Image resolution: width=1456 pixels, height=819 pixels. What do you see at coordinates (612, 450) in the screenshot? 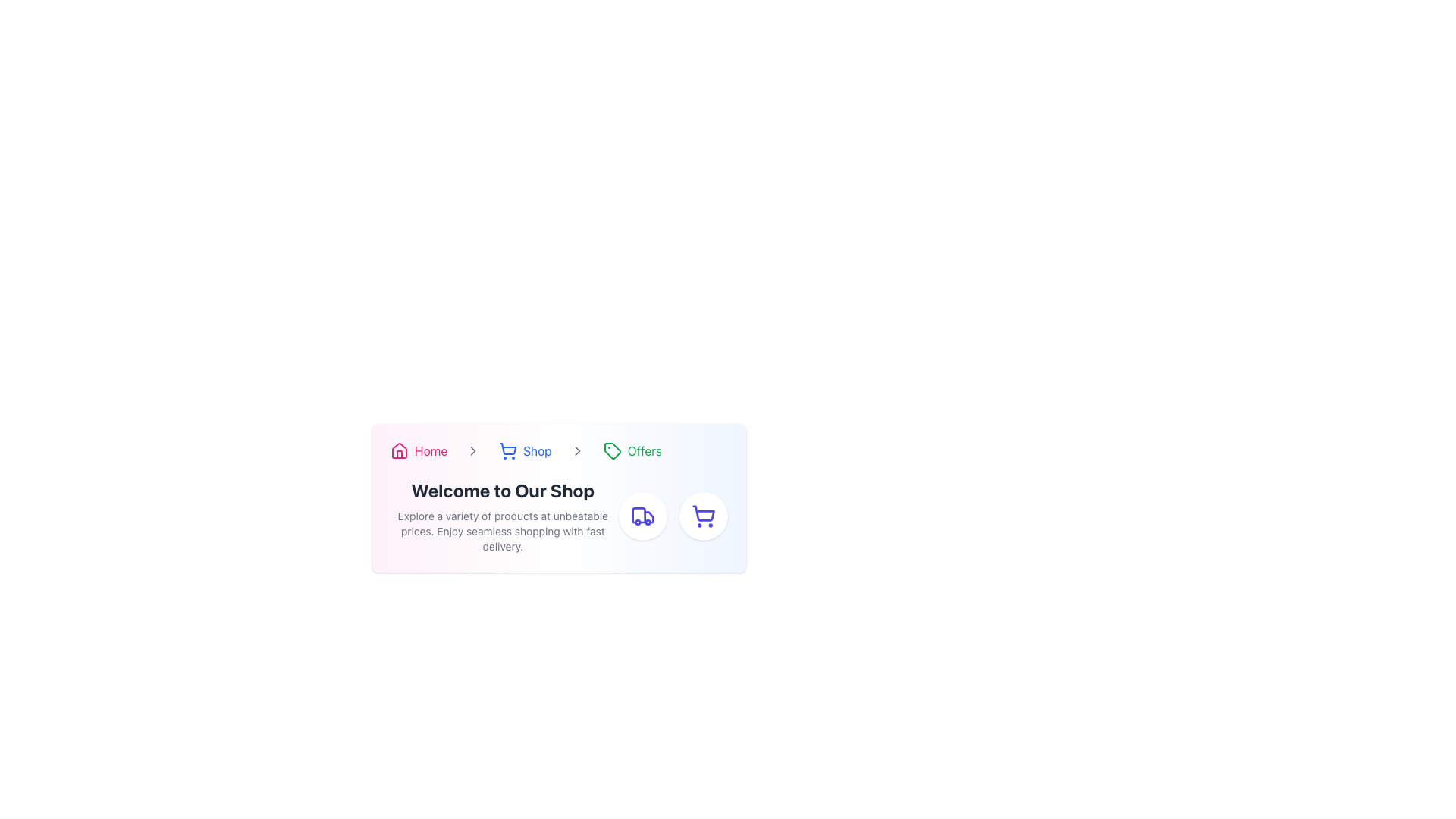
I see `the tag-shaped icon located in the breadcrumb navigation bar, positioned between the 'Shop' link and 'Offers' text` at bounding box center [612, 450].